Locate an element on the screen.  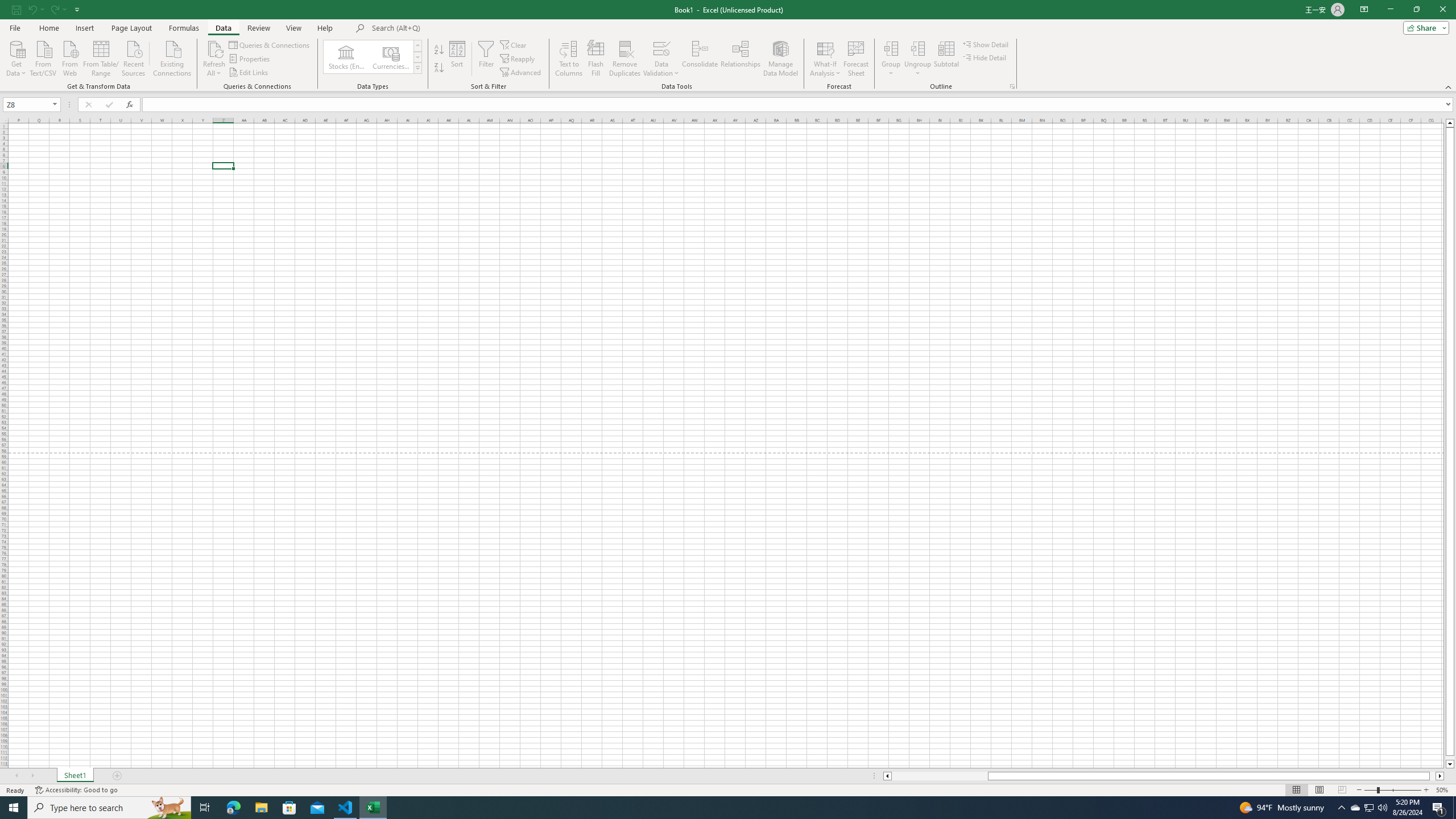
'Text to Columns...' is located at coordinates (568, 59).